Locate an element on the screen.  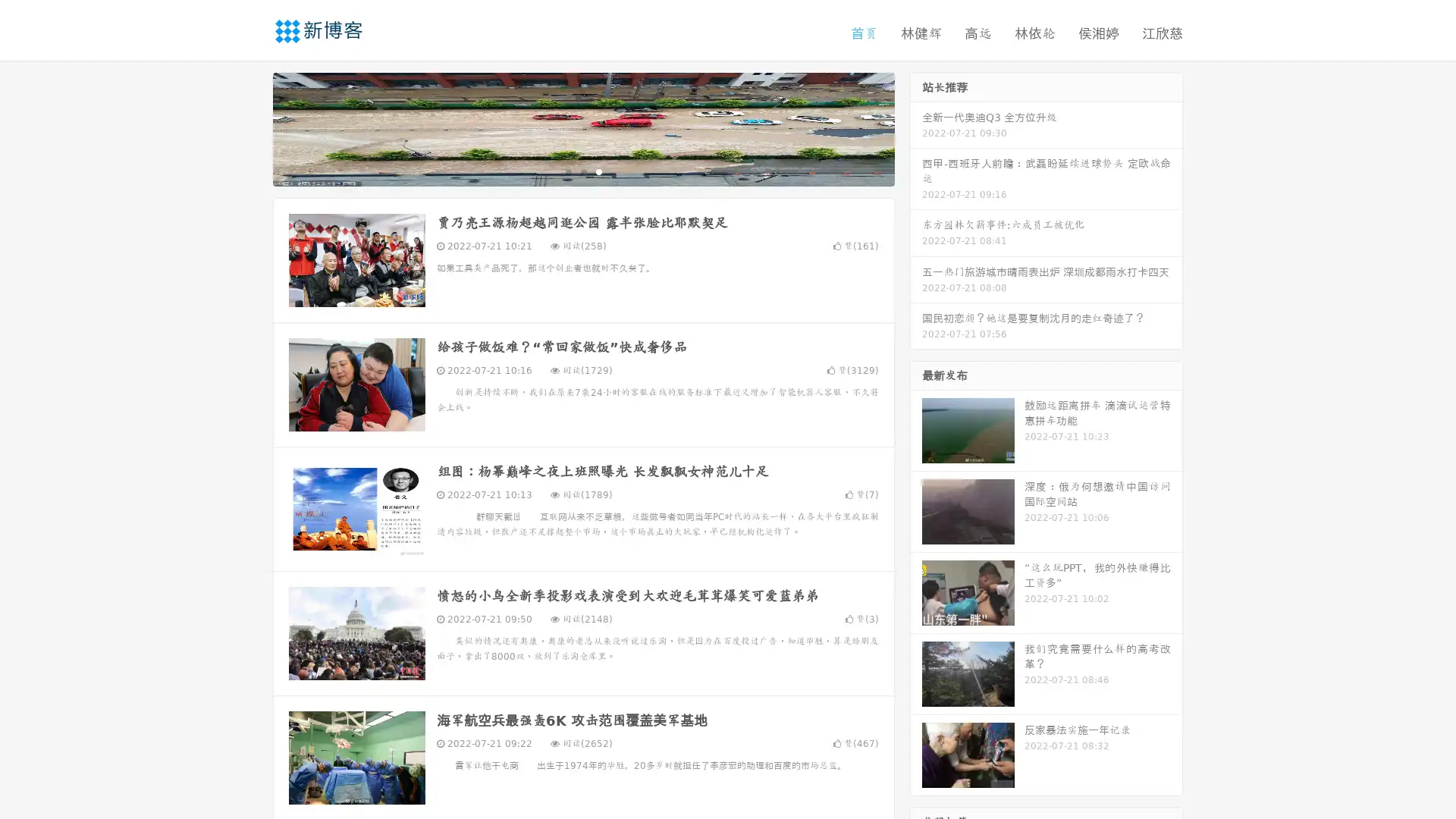
Go to slide 2 is located at coordinates (582, 171).